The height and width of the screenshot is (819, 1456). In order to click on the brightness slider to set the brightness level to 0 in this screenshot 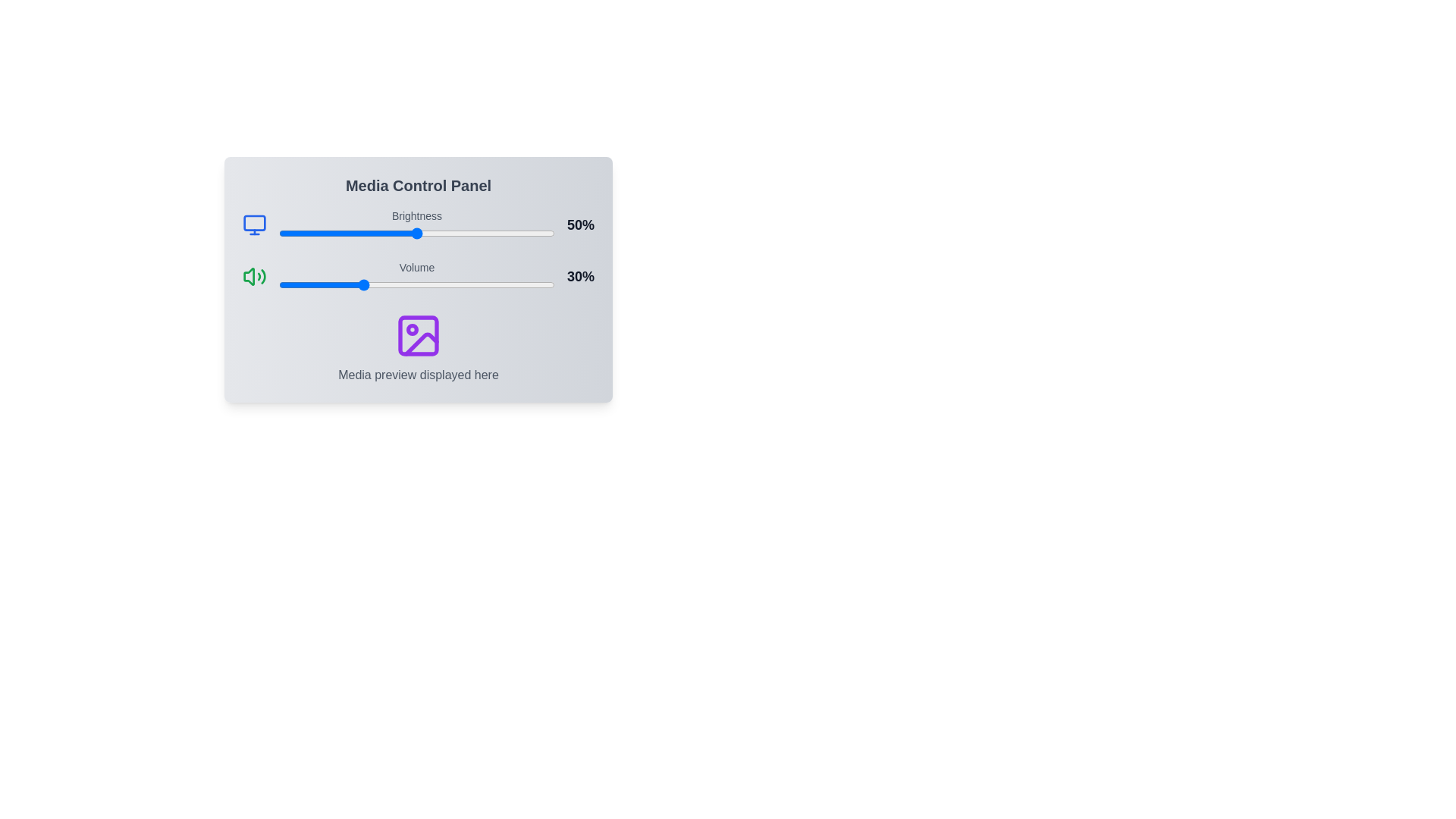, I will do `click(279, 234)`.